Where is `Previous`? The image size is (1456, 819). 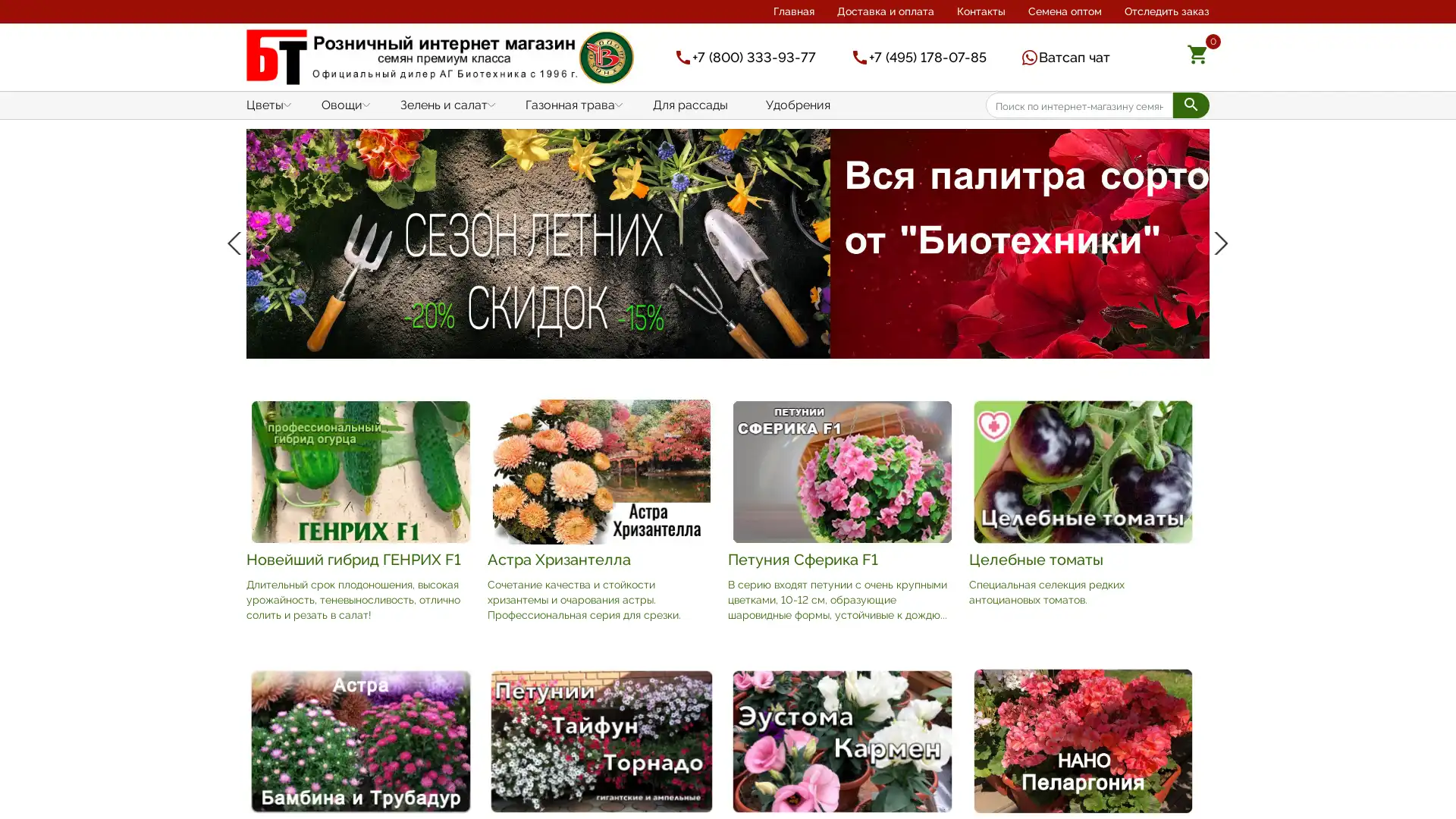 Previous is located at coordinates (237, 317).